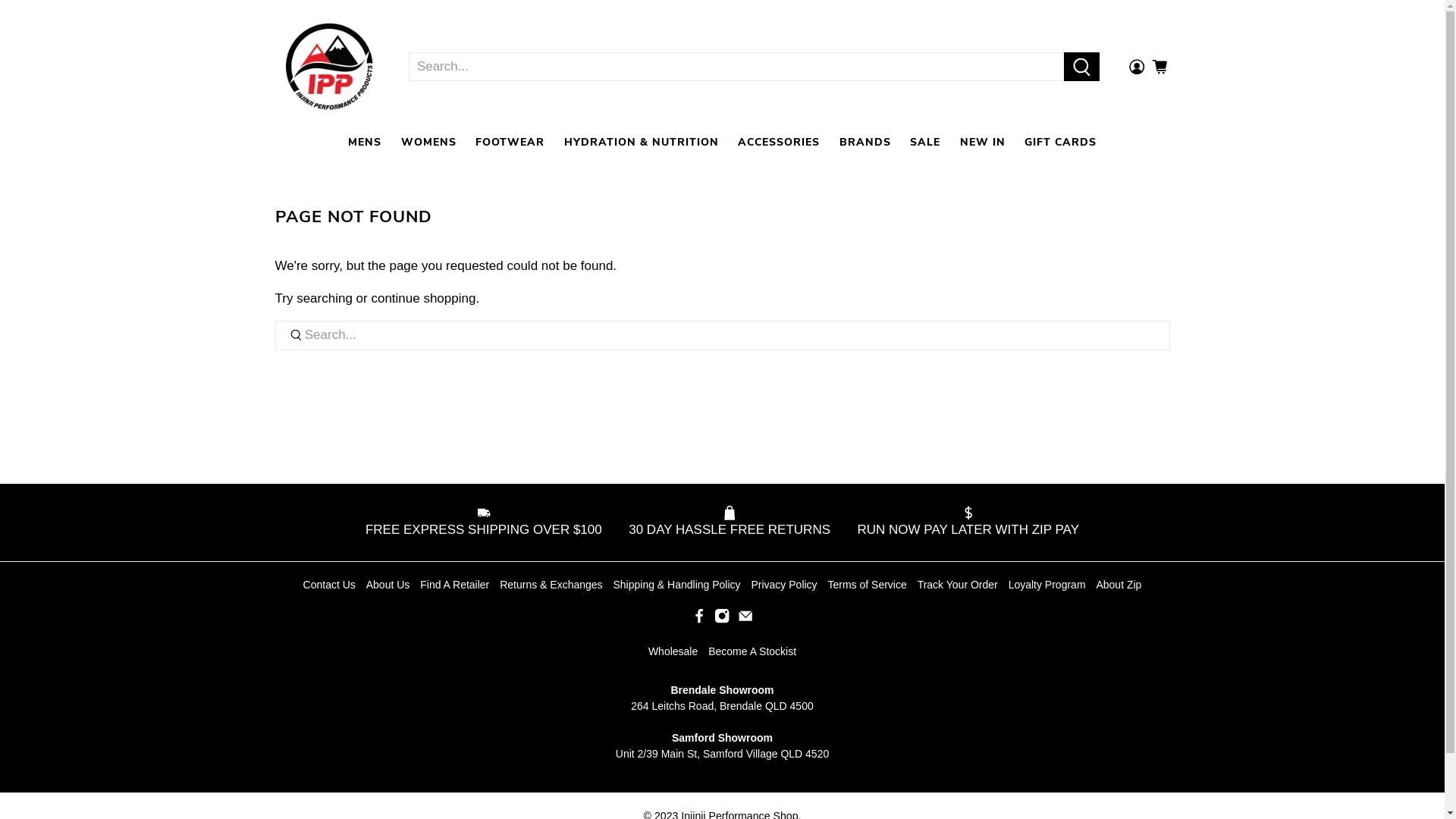 Image resolution: width=1456 pixels, height=819 pixels. Describe the element at coordinates (422, 298) in the screenshot. I see `'continue shopping'` at that location.